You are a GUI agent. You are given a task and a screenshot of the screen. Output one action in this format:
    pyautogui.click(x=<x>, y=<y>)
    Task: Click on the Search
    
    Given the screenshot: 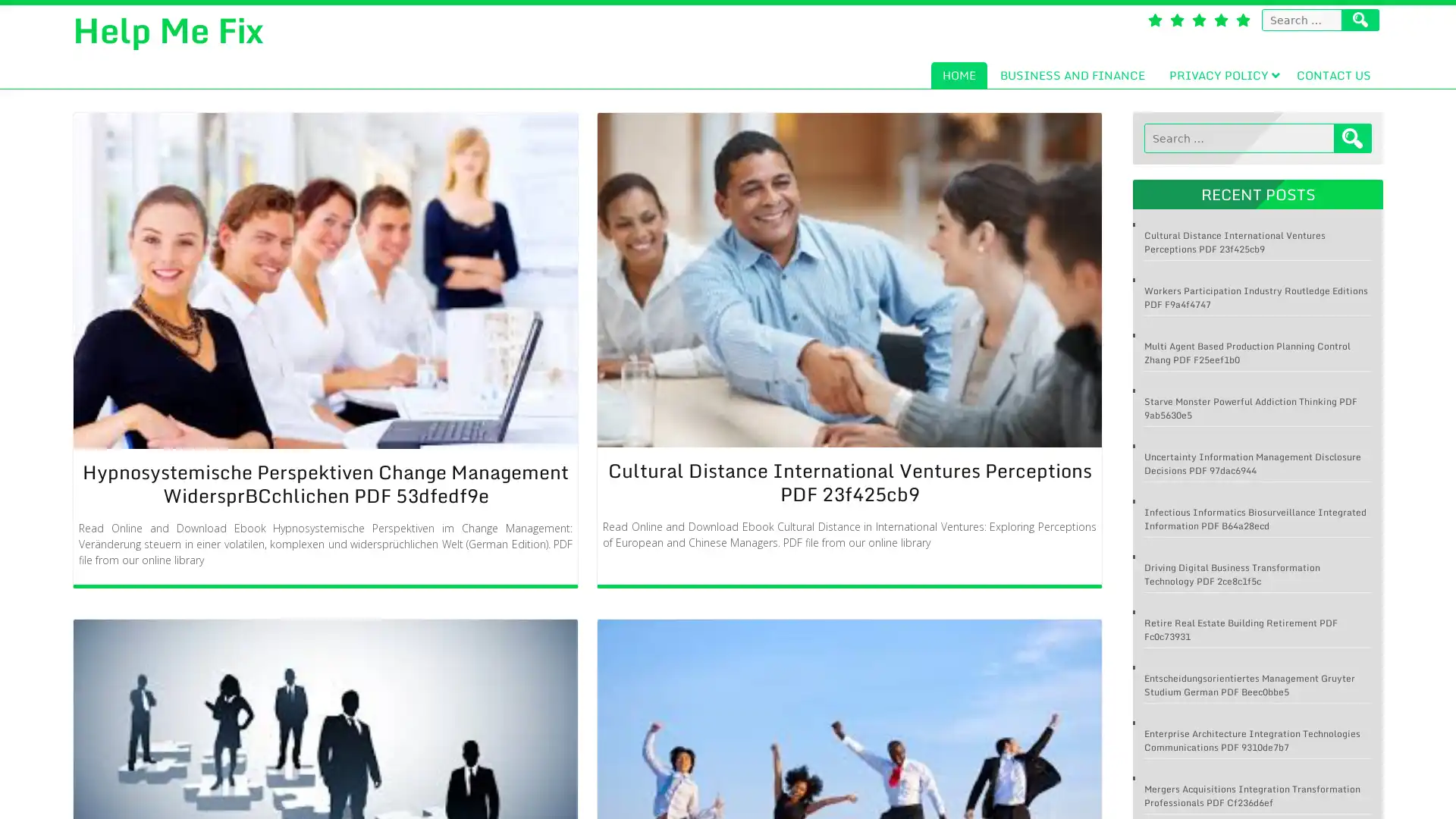 What is the action you would take?
    pyautogui.click(x=1360, y=20)
    